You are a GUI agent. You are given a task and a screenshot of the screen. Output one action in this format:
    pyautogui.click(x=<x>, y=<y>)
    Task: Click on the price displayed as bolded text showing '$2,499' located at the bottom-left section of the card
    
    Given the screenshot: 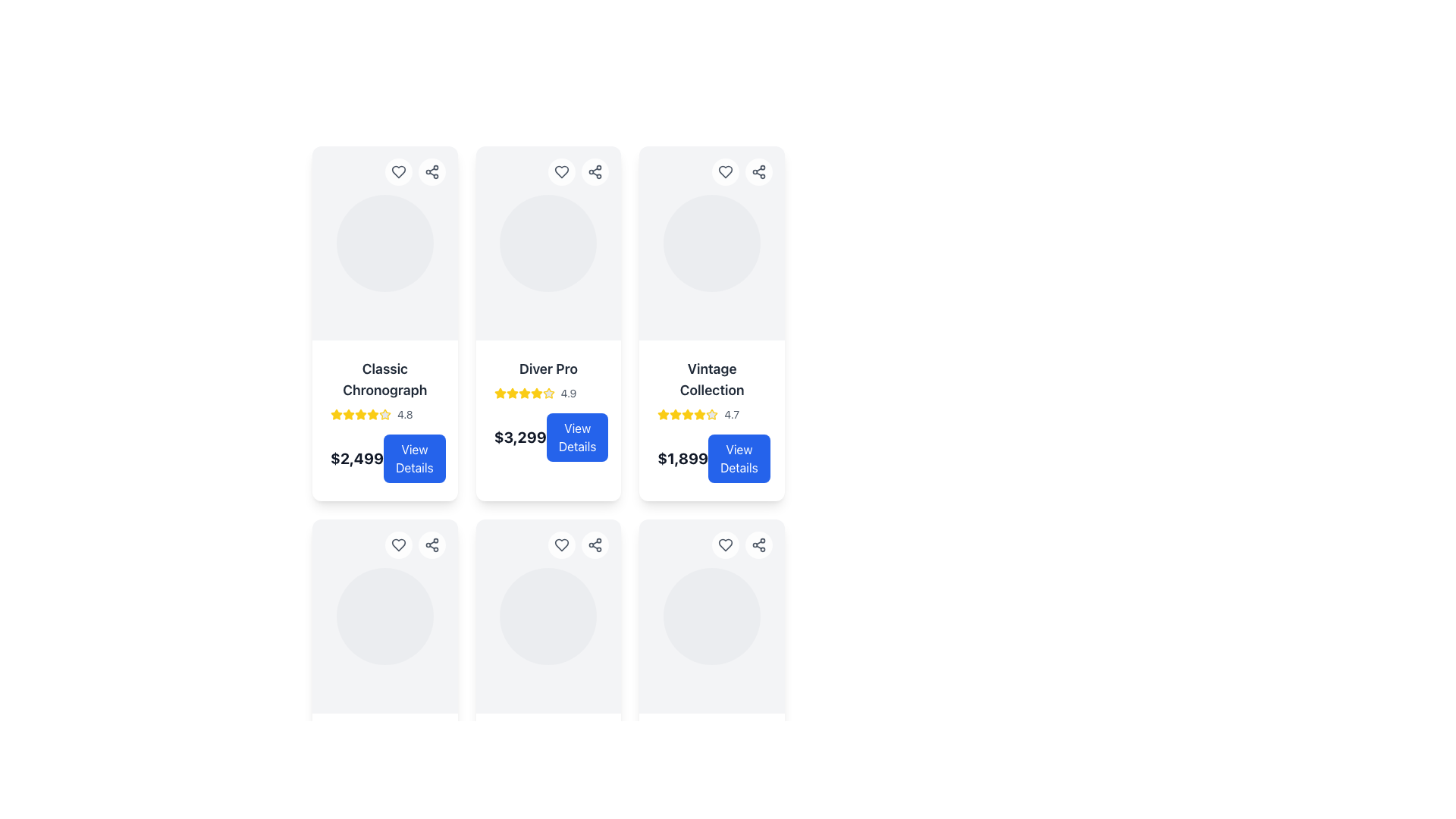 What is the action you would take?
    pyautogui.click(x=356, y=458)
    